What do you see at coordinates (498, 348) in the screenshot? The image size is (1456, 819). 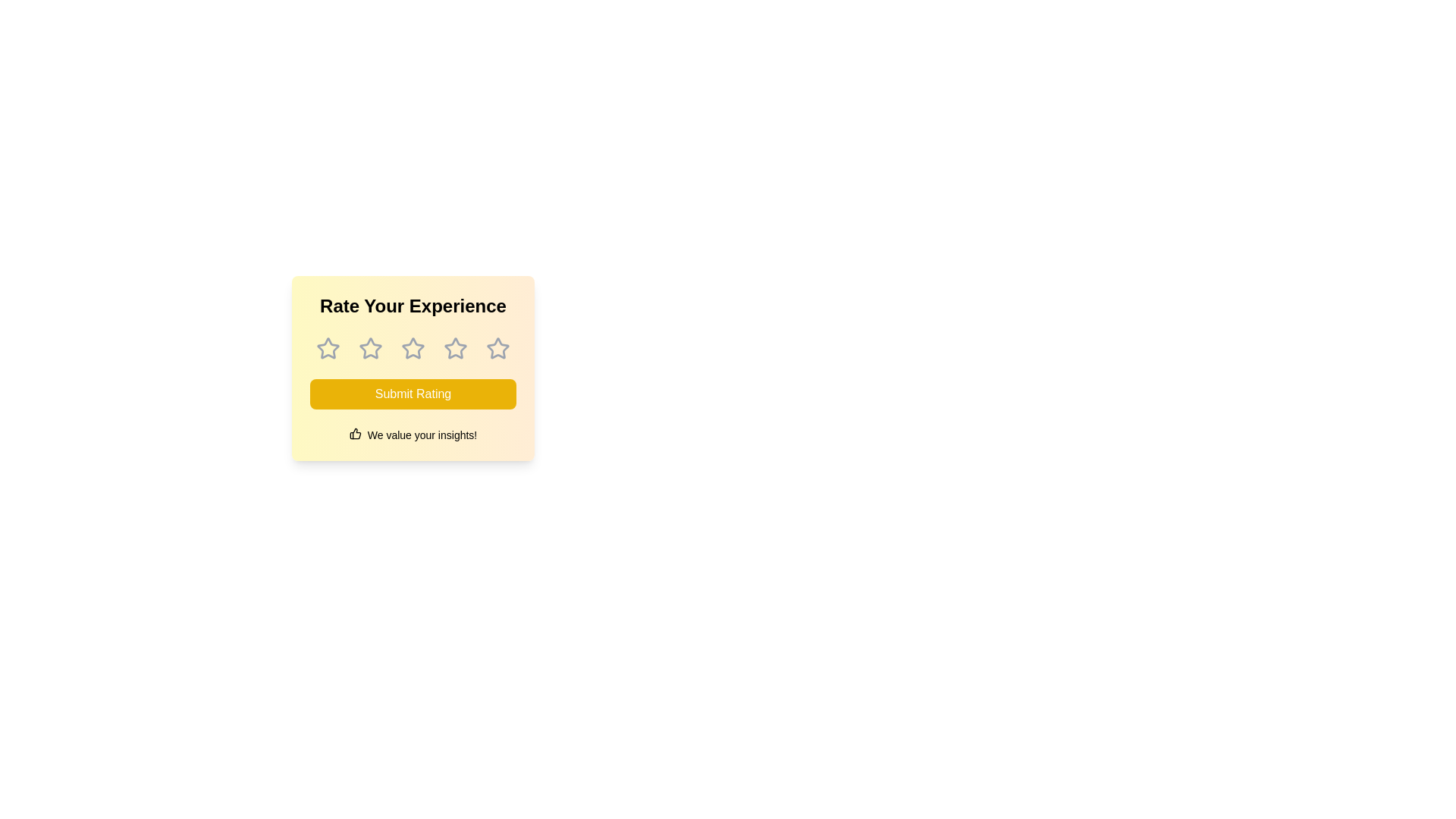 I see `the fifth star icon in the rating selection` at bounding box center [498, 348].